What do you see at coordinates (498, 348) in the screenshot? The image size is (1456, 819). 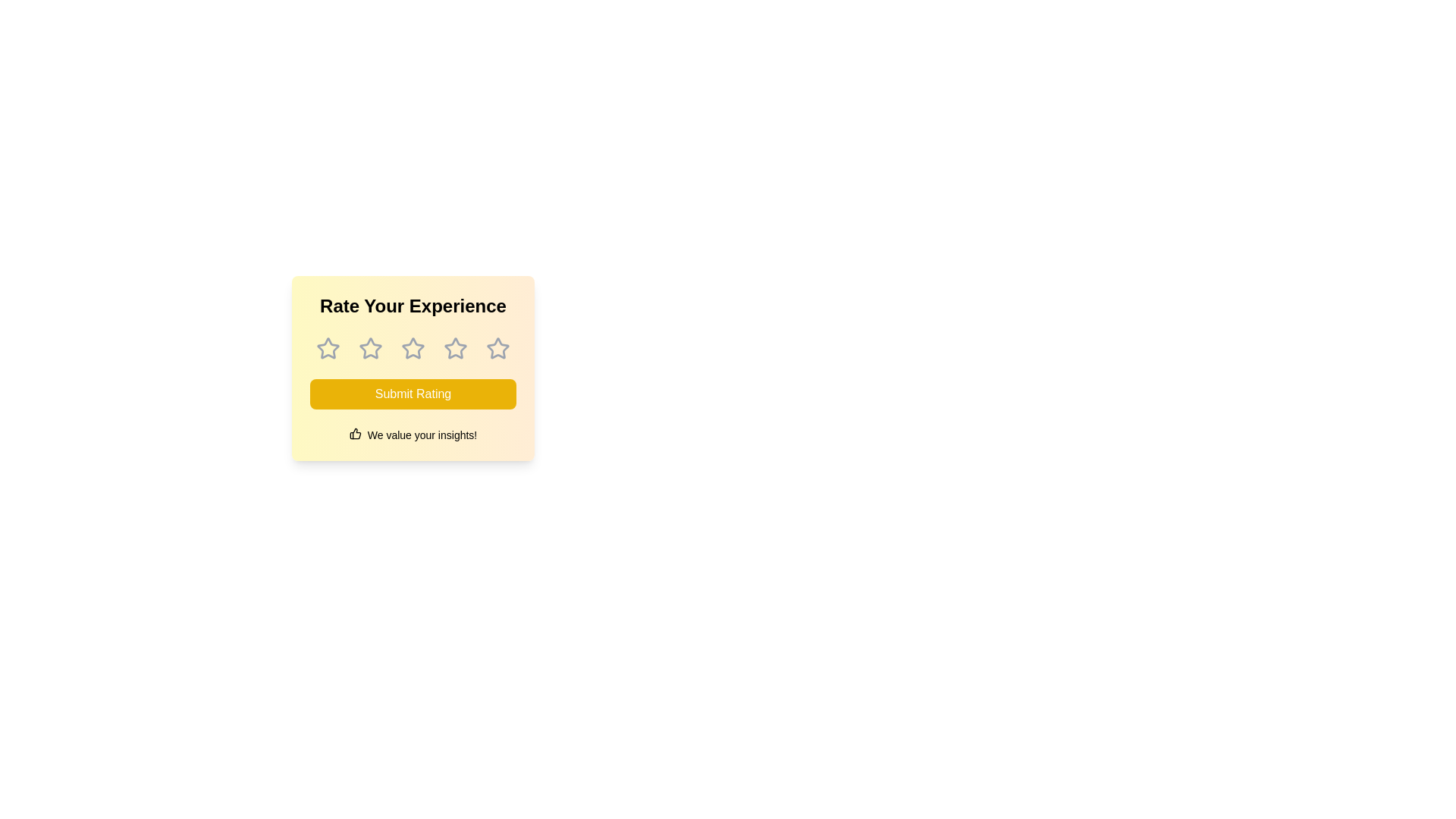 I see `the fifth star icon in the rating selection` at bounding box center [498, 348].